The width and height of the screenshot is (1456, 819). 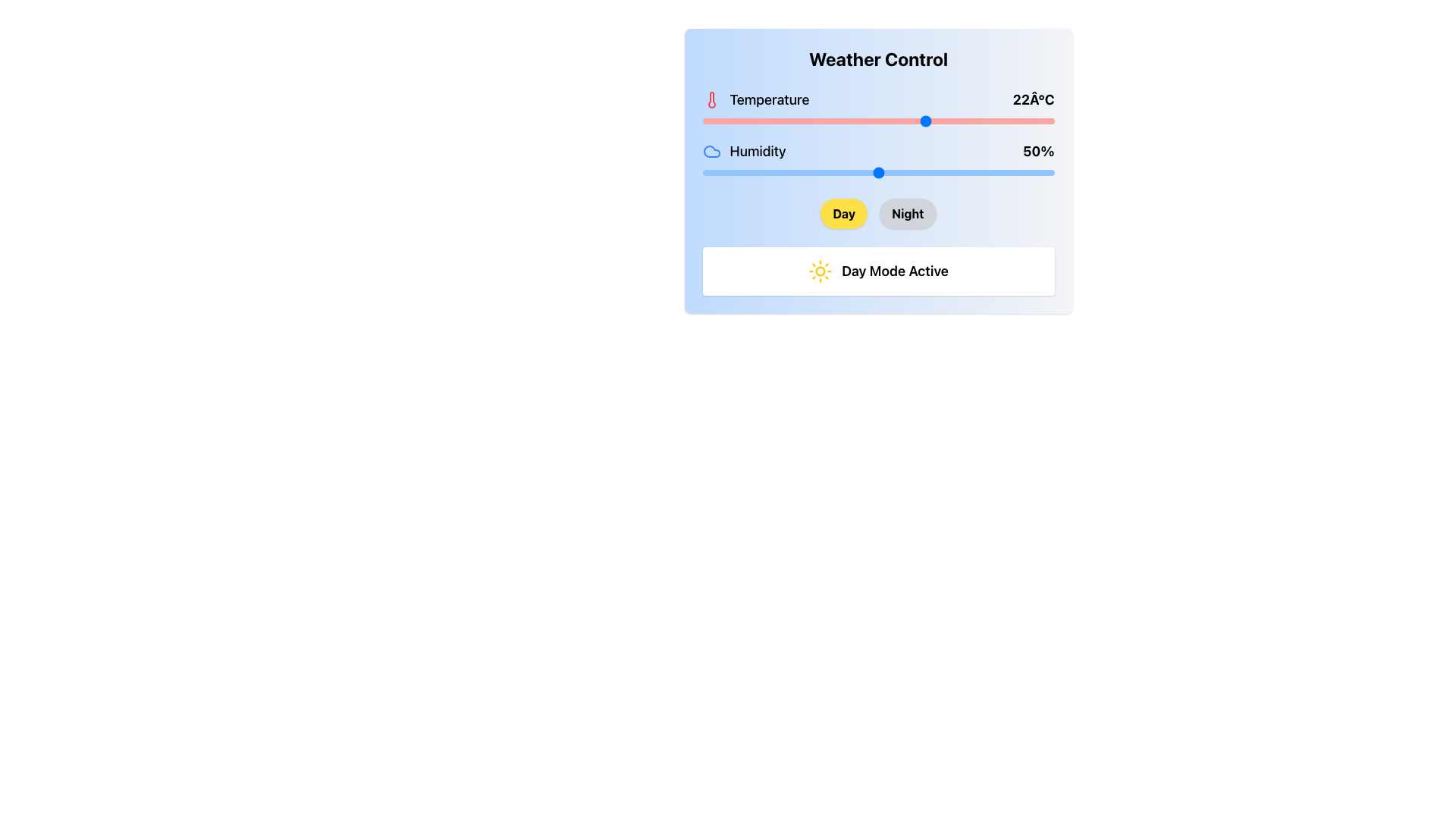 I want to click on the stylized sun icon, which is a yellow circular icon with radiating lines, positioned to the left of the 'Day Mode Active' text within a white card area, so click(x=820, y=271).